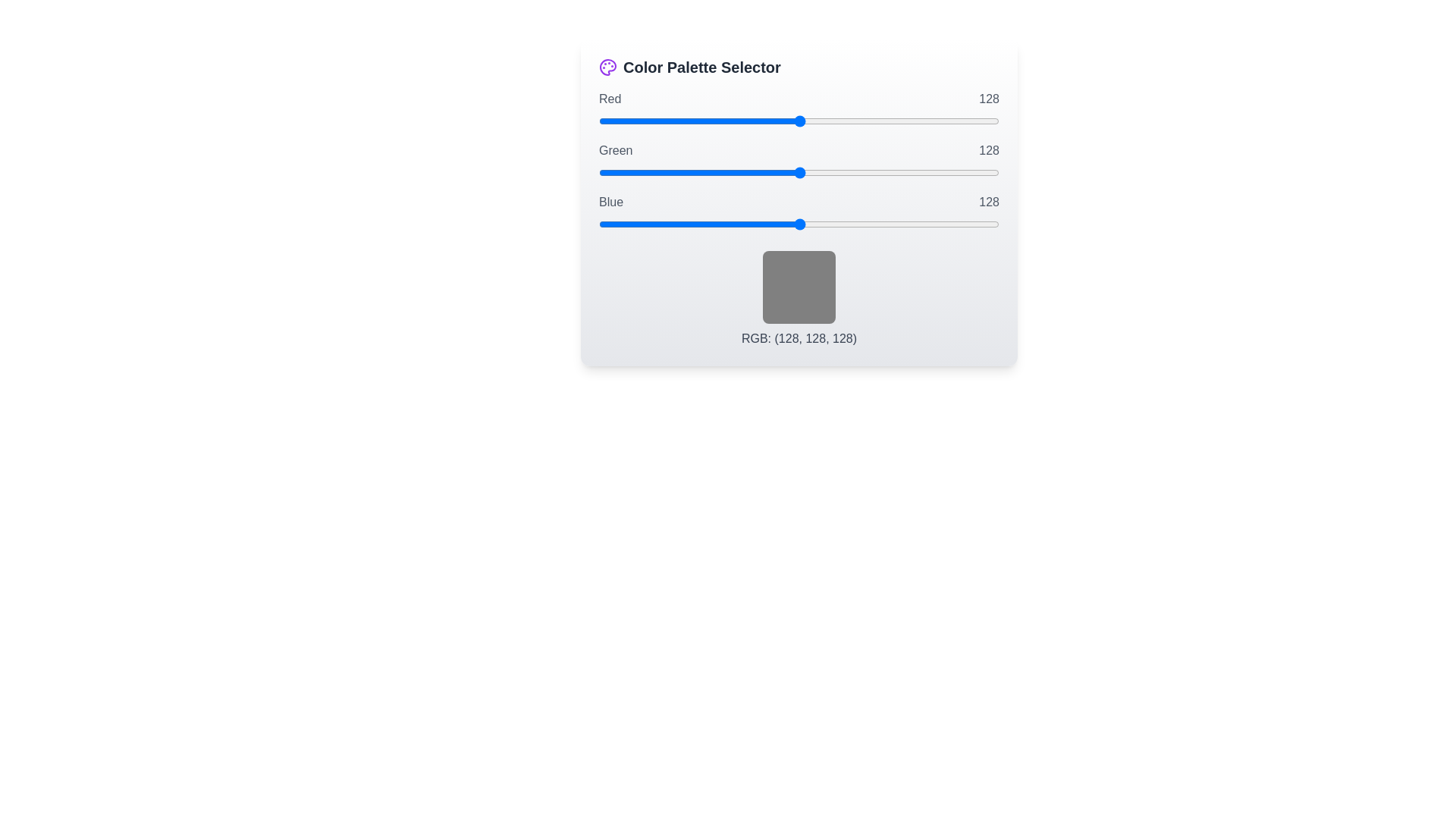 This screenshot has height=819, width=1456. I want to click on the green slider to set its value to 107, so click(767, 171).